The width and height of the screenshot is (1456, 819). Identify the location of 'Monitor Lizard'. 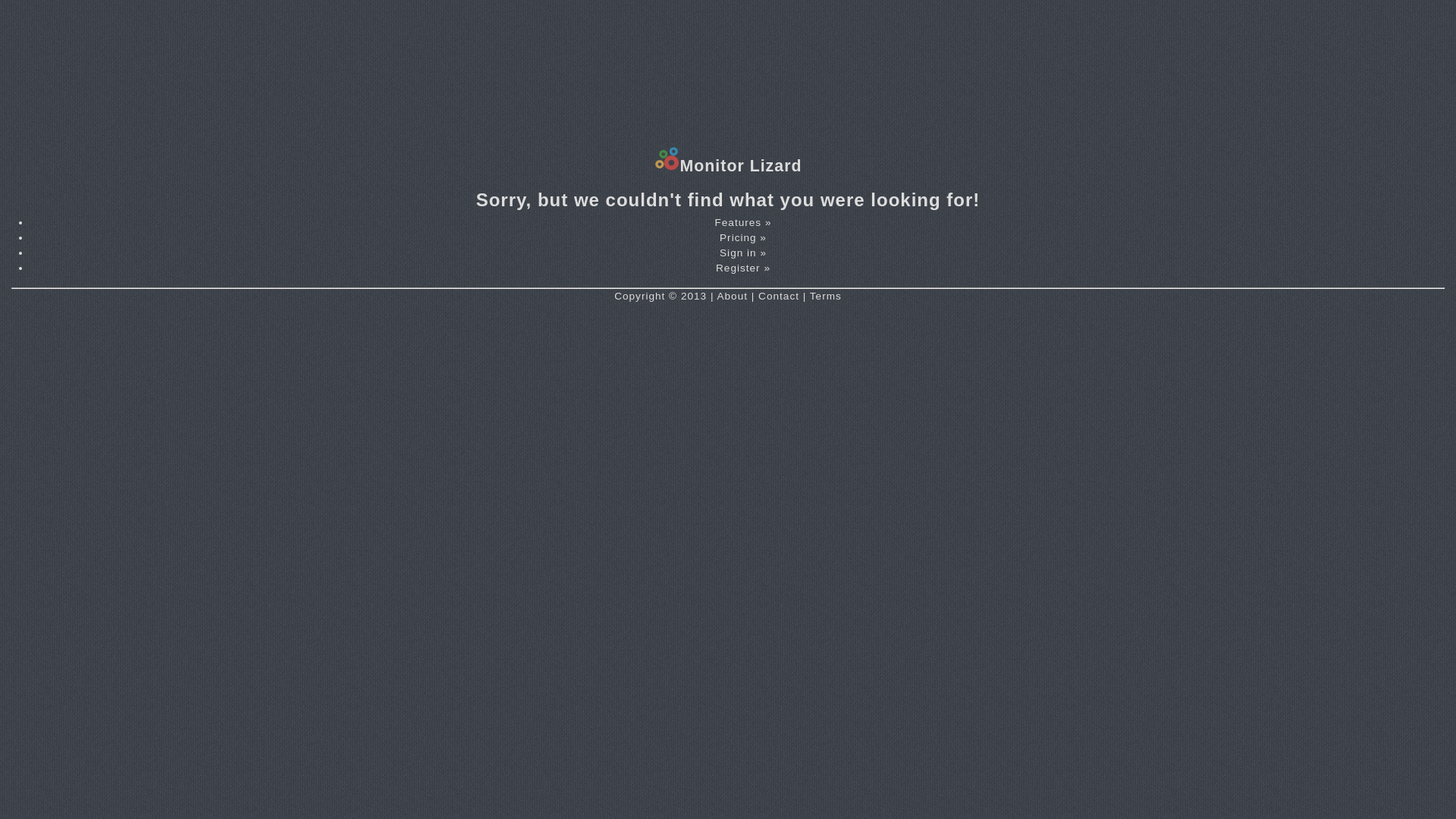
(654, 166).